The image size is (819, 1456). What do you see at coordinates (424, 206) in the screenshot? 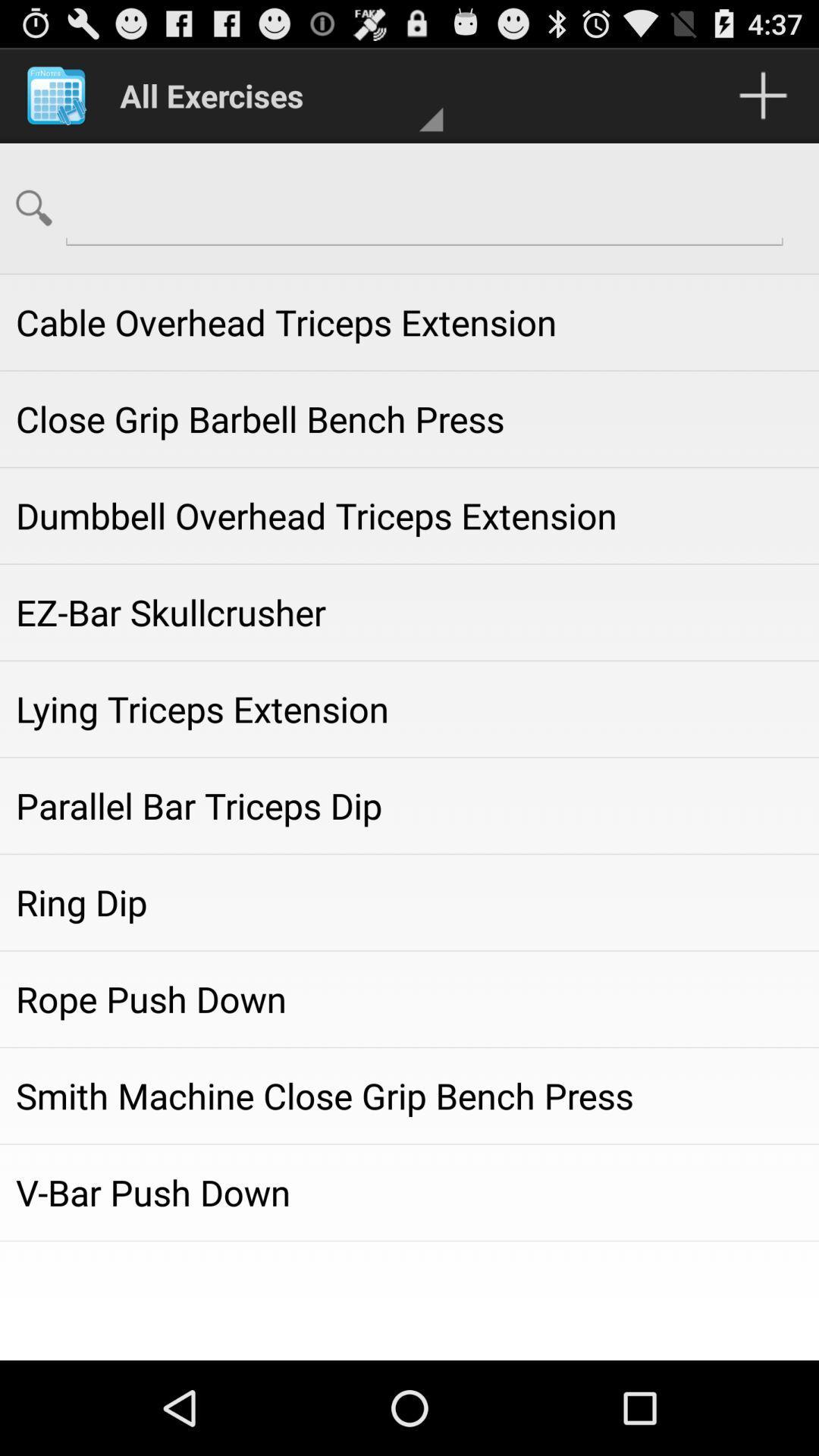
I see `the field which is towards the right of search icon` at bounding box center [424, 206].